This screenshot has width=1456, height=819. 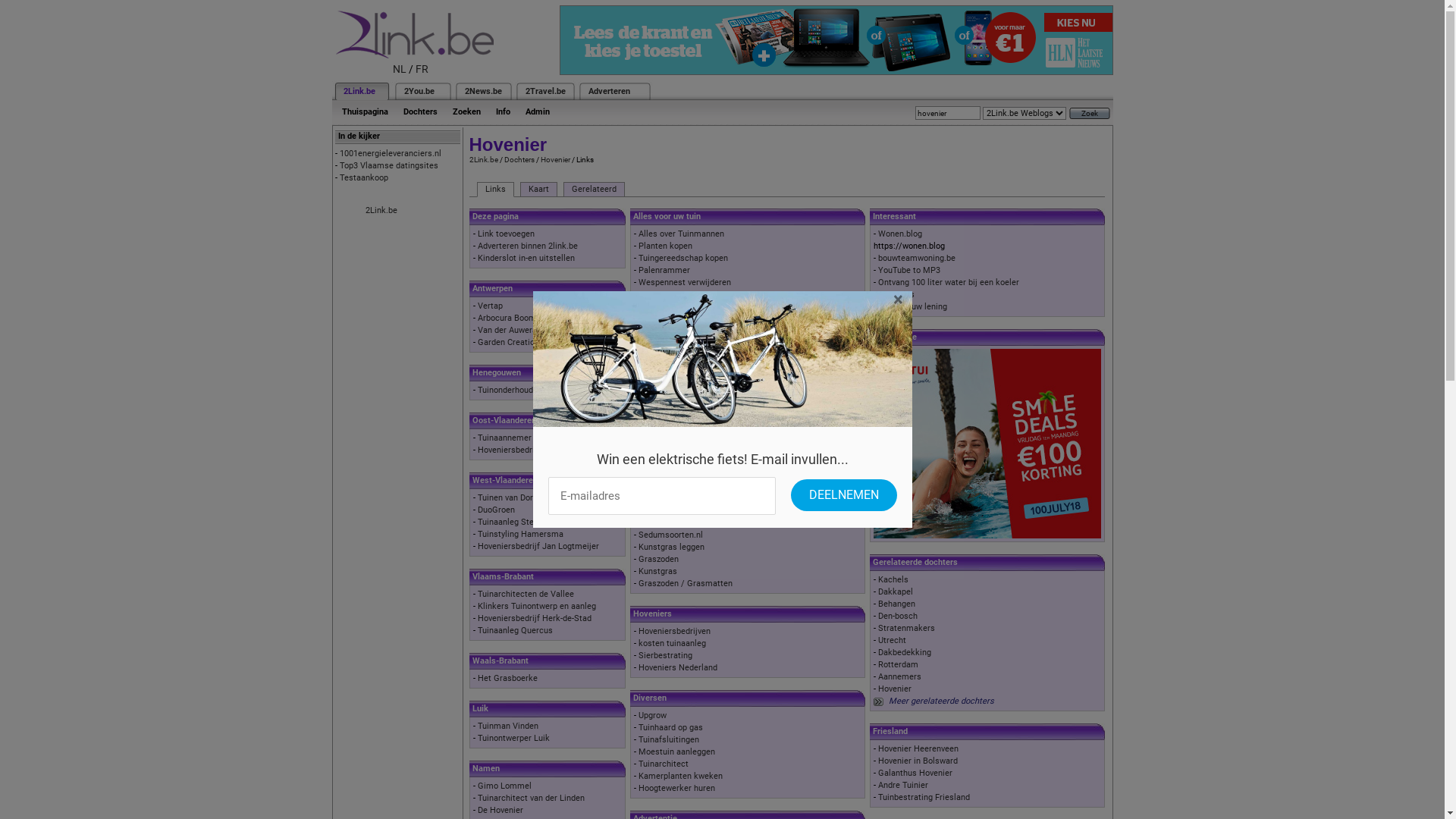 What do you see at coordinates (676, 787) in the screenshot?
I see `'Hoogtewerker huren'` at bounding box center [676, 787].